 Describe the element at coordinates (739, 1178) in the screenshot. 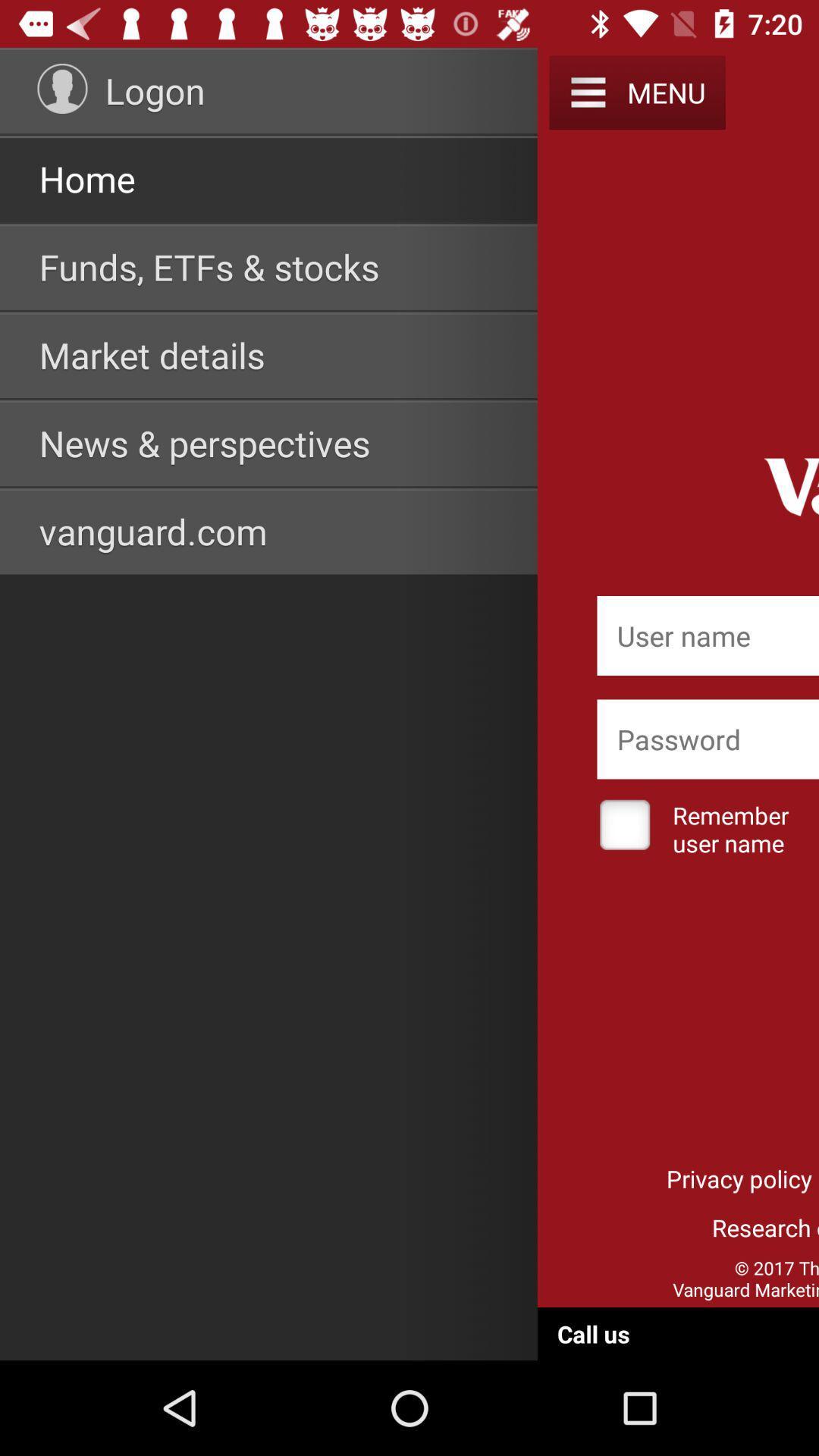

I see `icon above research our firm app` at that location.